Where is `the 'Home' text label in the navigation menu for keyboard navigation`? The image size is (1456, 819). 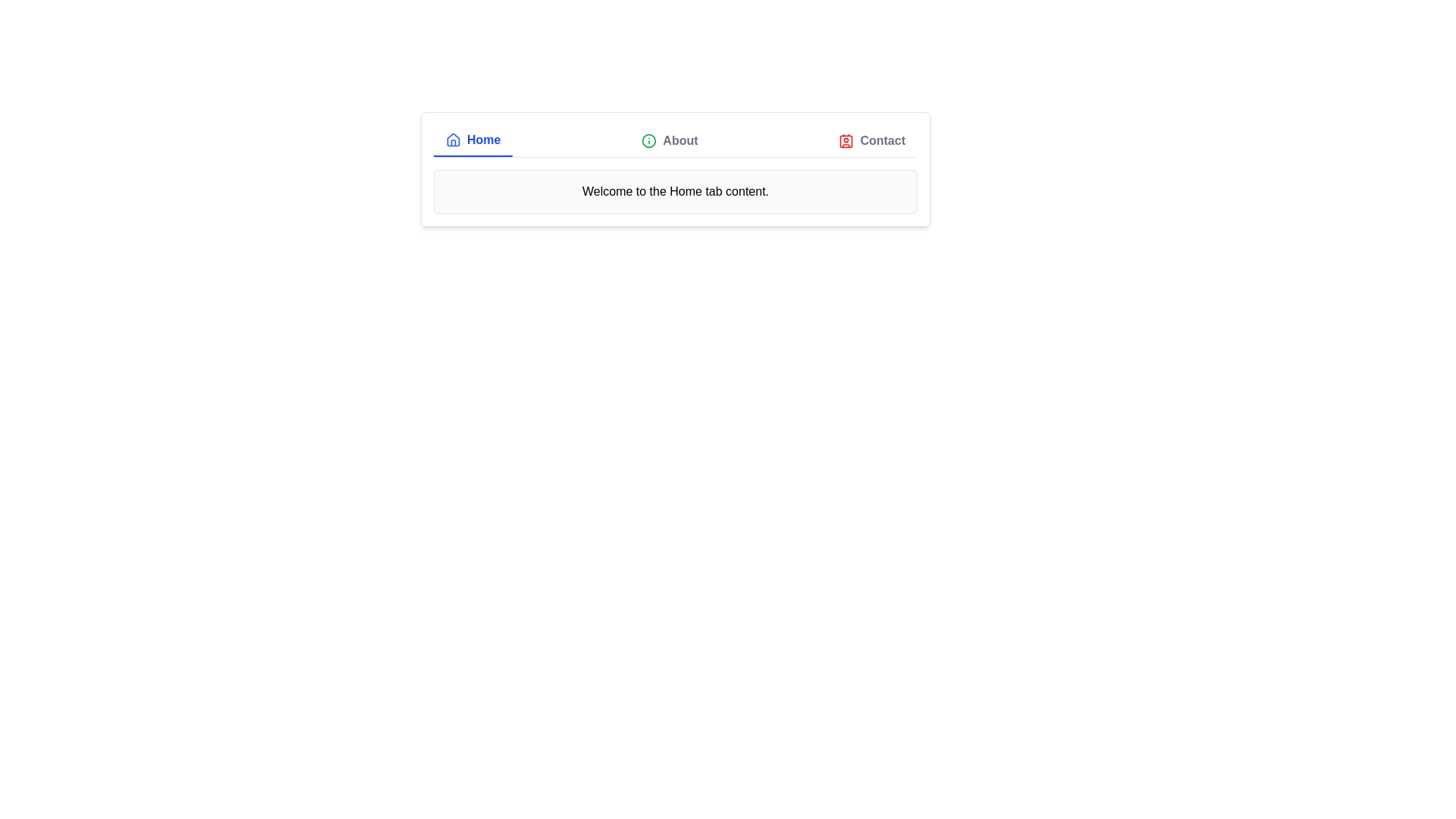
the 'Home' text label in the navigation menu for keyboard navigation is located at coordinates (483, 140).